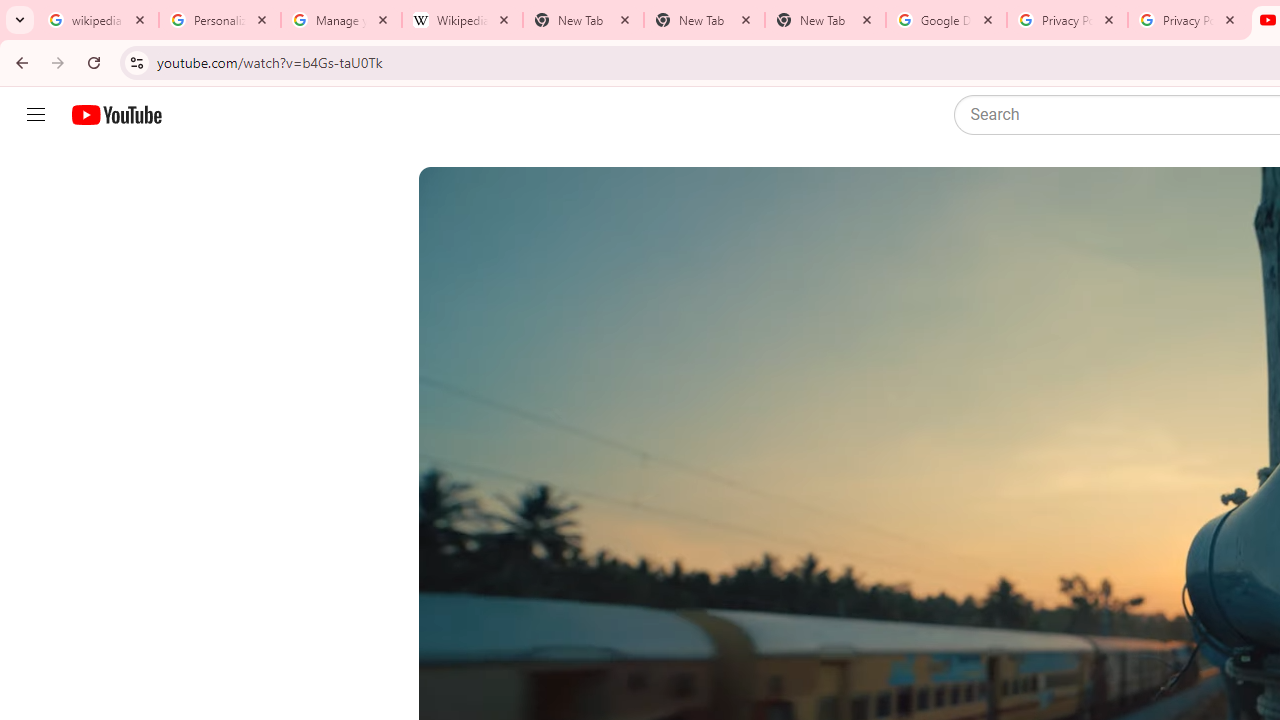 The height and width of the screenshot is (720, 1280). What do you see at coordinates (945, 20) in the screenshot?
I see `'Google Drive: Sign-in'` at bounding box center [945, 20].